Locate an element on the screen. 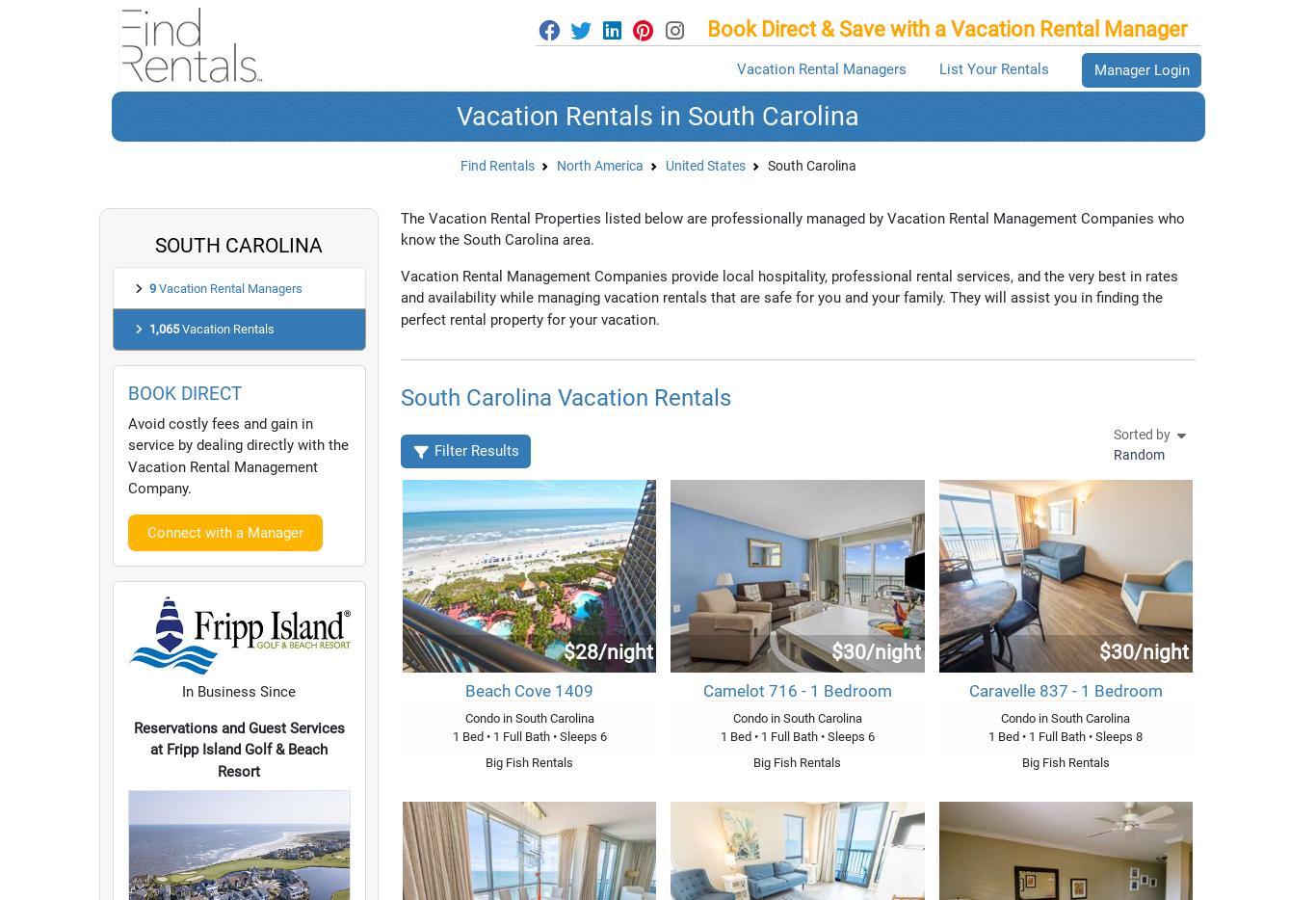  'Sea Islands South Carolina: 448 vacation rentals' is located at coordinates (636, 54).